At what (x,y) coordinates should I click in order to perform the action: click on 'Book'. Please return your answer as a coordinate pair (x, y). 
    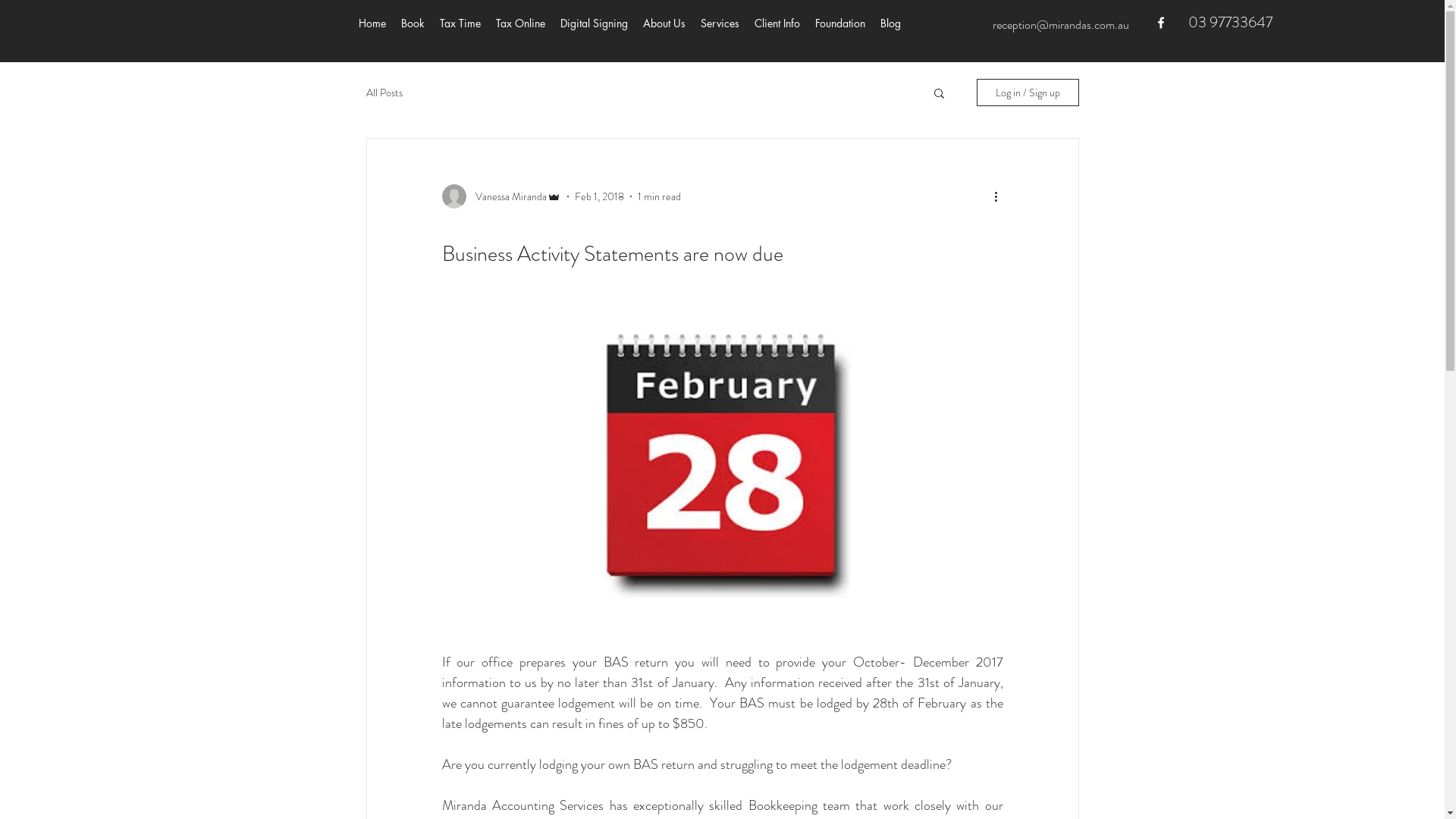
    Looking at the image, I should click on (412, 23).